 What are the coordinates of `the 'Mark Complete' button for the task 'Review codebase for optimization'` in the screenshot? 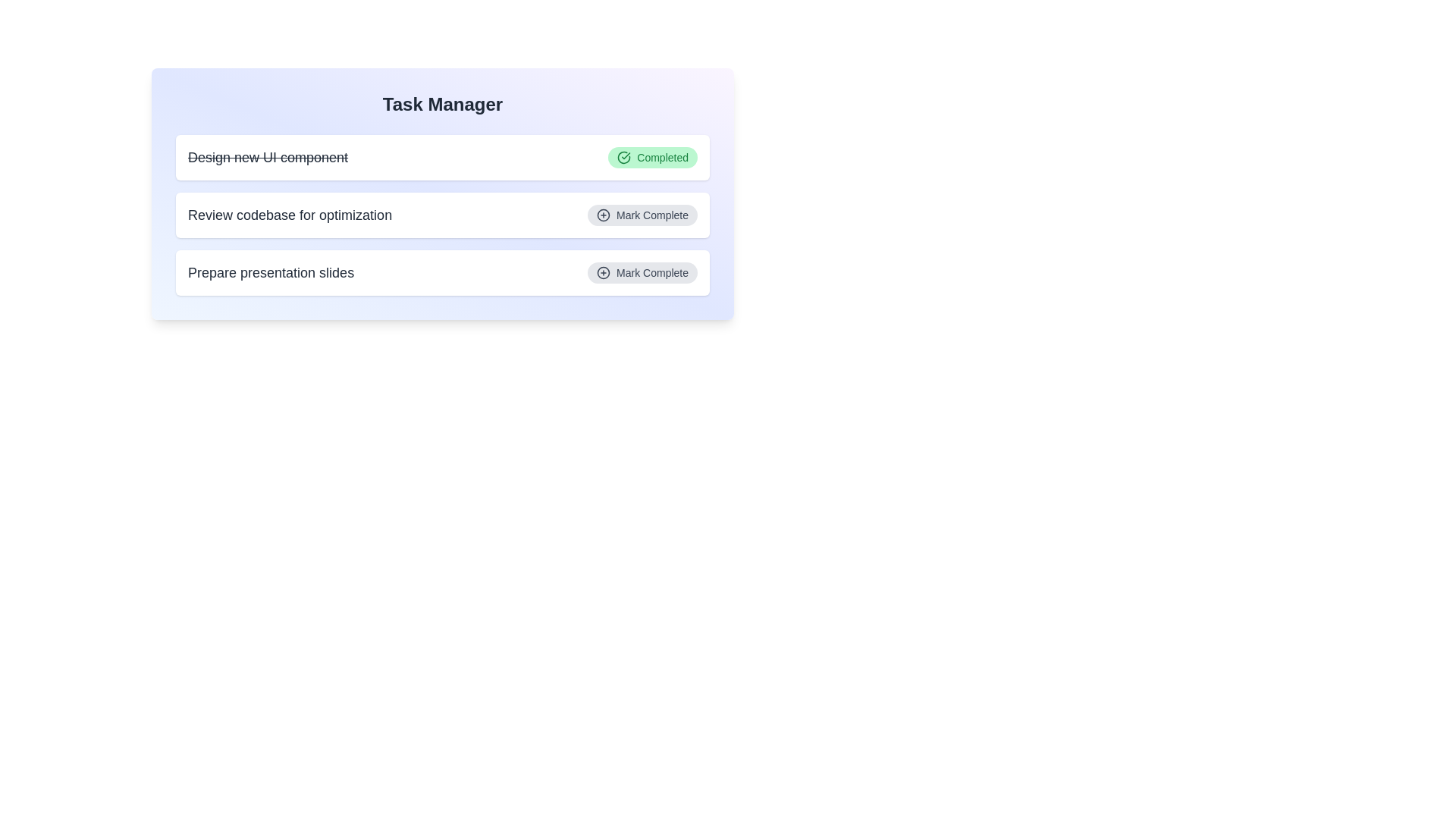 It's located at (642, 215).